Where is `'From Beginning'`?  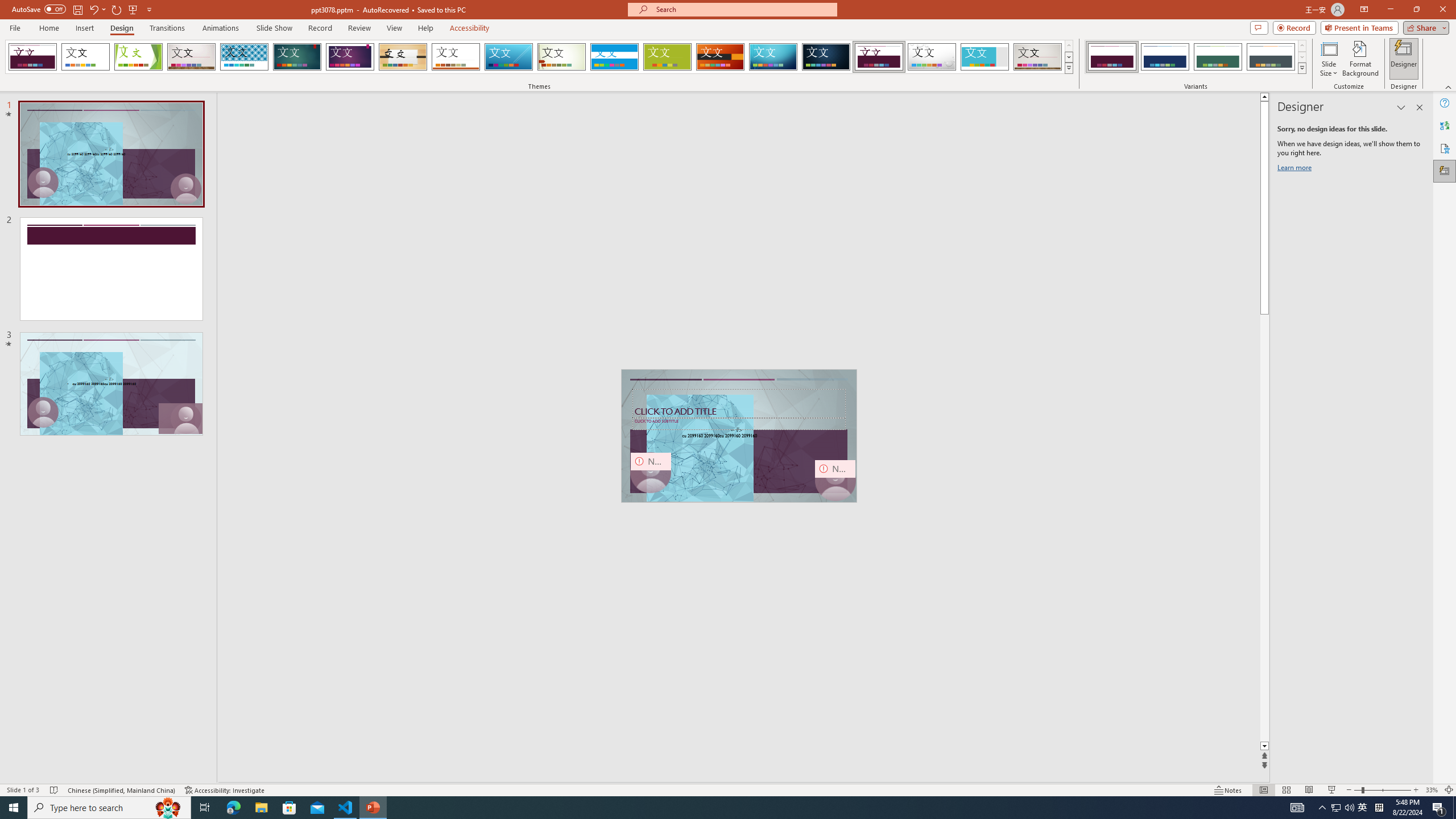
'From Beginning' is located at coordinates (133, 9).